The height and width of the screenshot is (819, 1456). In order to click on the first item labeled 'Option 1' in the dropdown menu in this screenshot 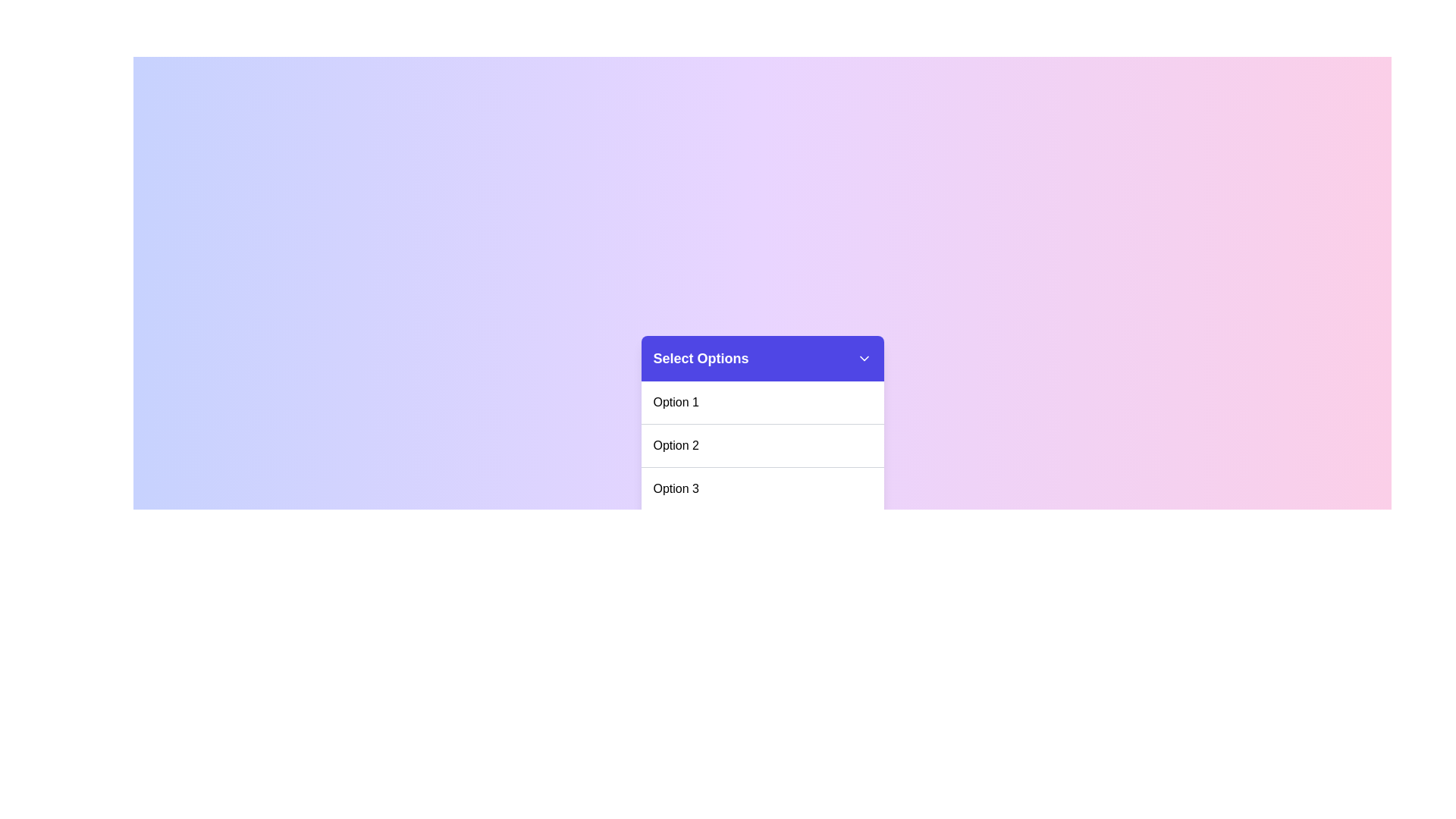, I will do `click(762, 402)`.